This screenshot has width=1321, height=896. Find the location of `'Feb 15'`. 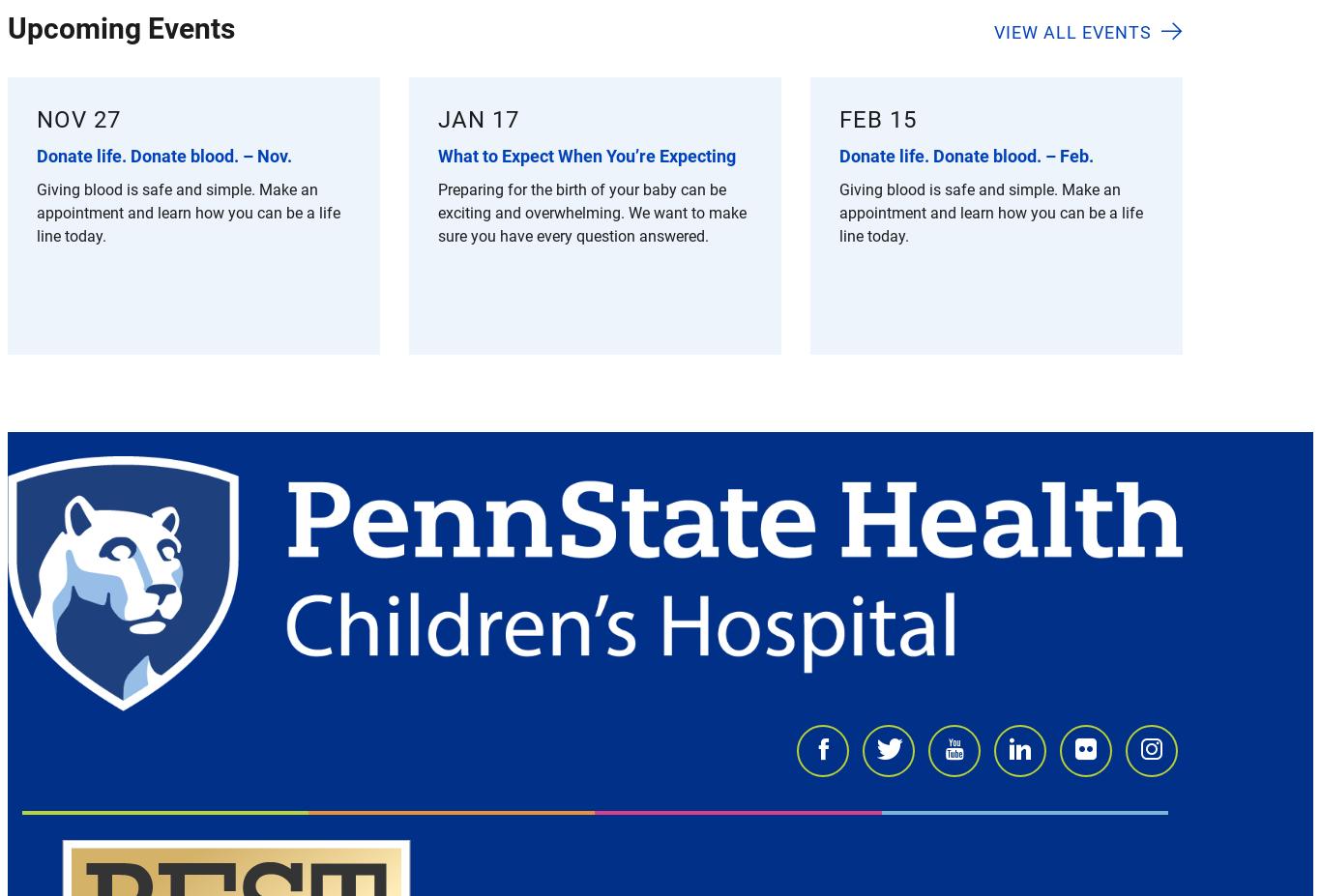

'Feb 15' is located at coordinates (876, 119).